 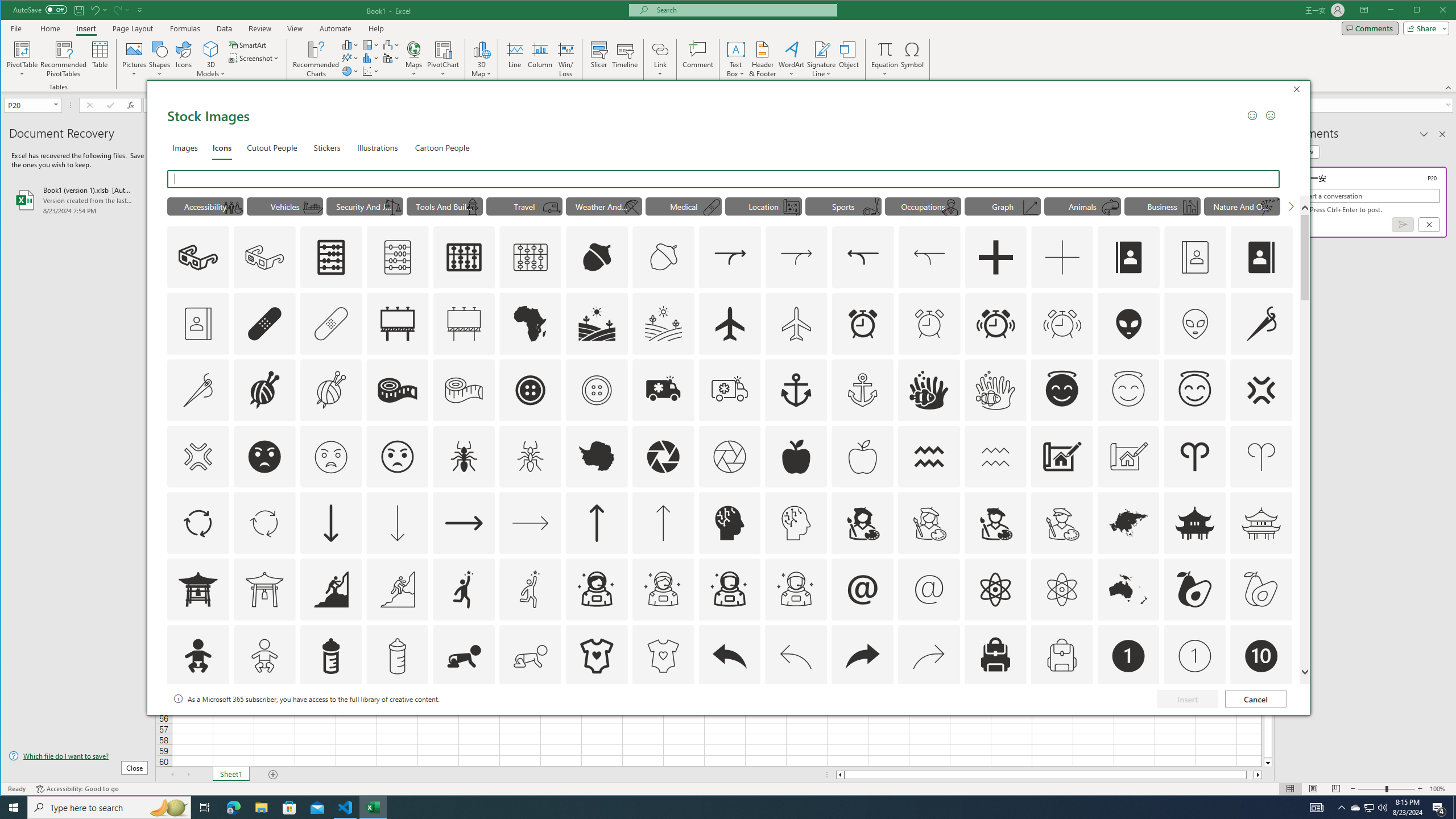 I want to click on '"Vehicles" Icons.', so click(x=285, y=205).